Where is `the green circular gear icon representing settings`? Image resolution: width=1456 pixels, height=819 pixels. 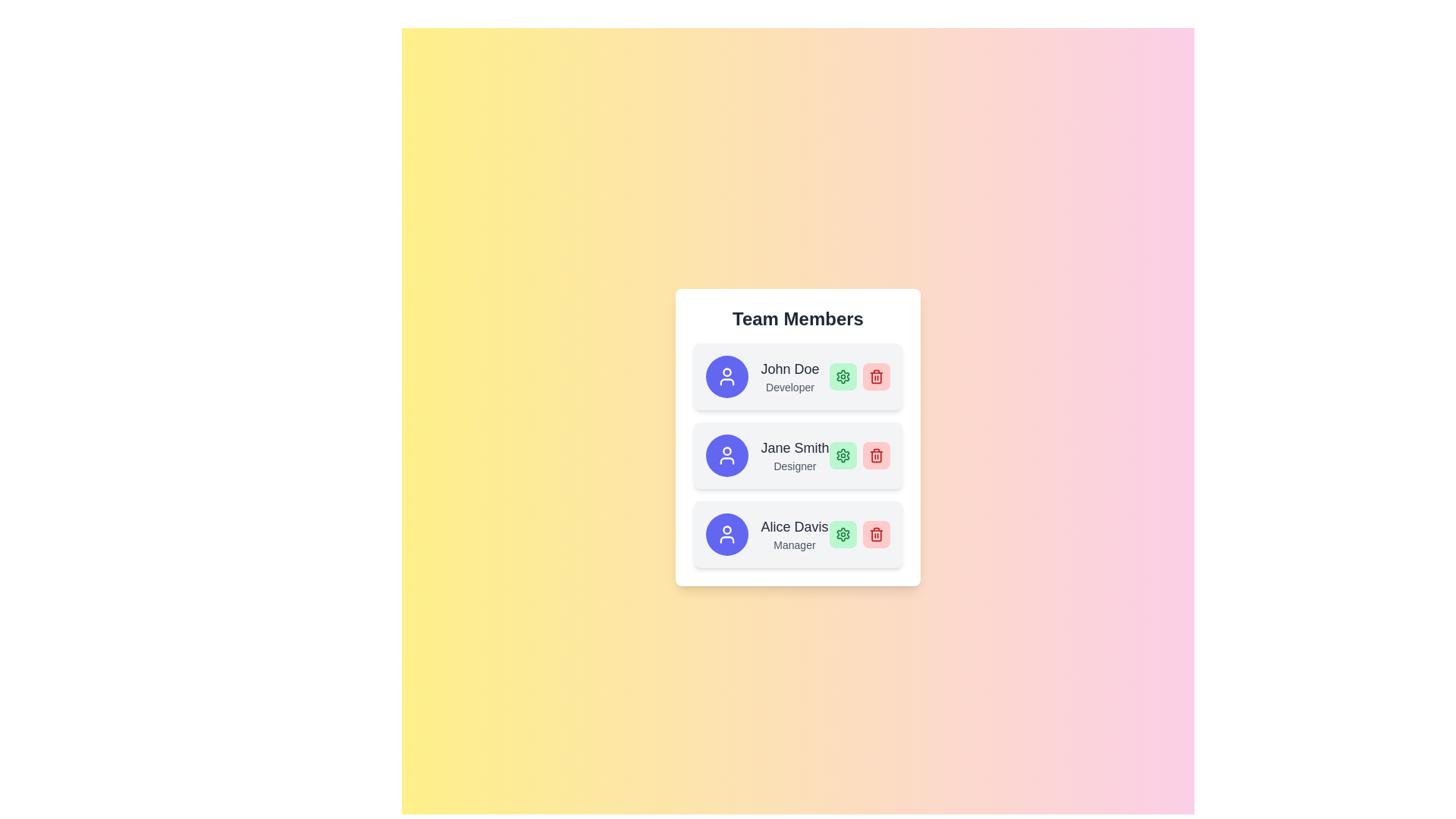
the green circular gear icon representing settings is located at coordinates (842, 455).